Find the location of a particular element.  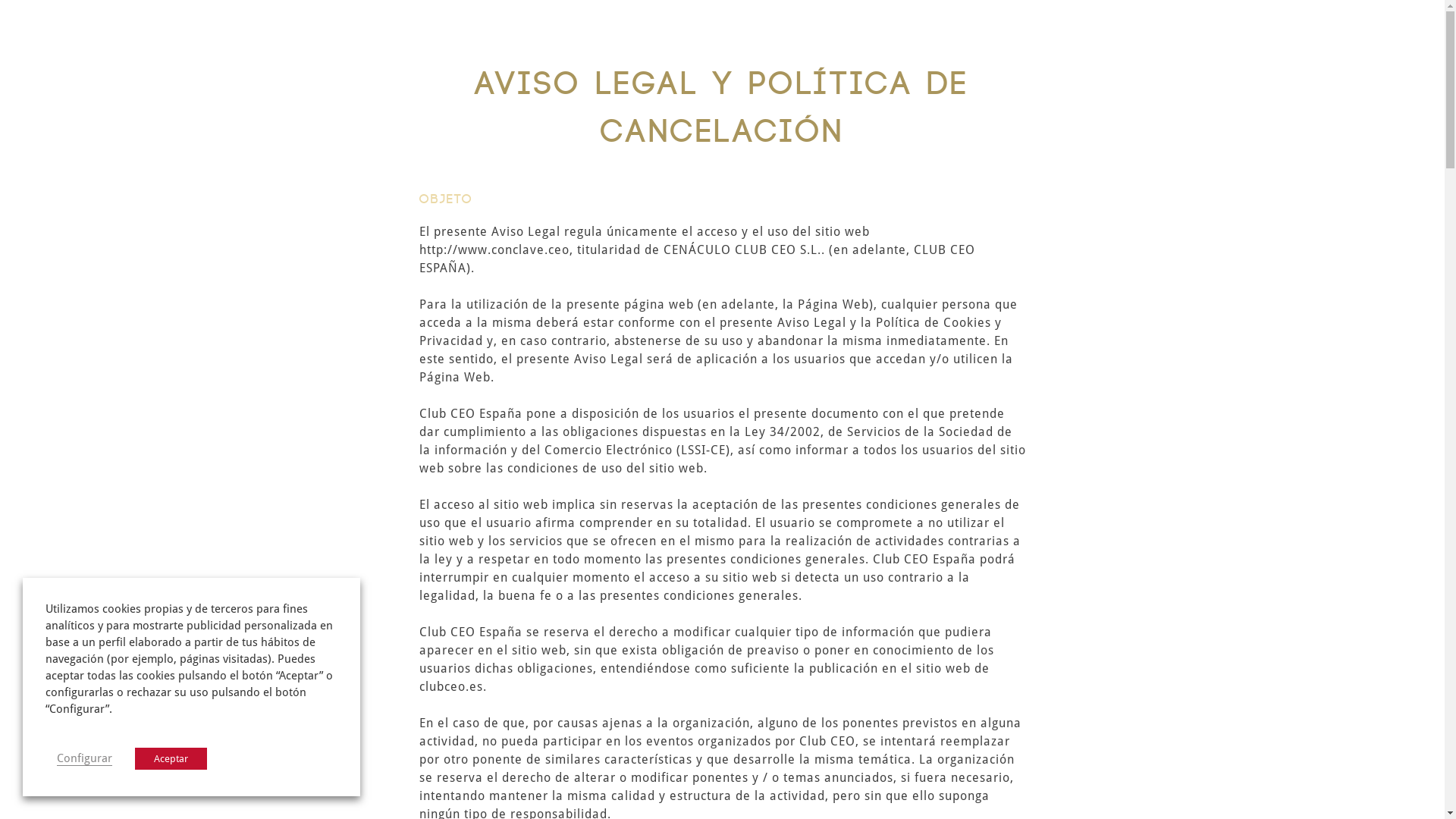

'Configurar' is located at coordinates (83, 758).